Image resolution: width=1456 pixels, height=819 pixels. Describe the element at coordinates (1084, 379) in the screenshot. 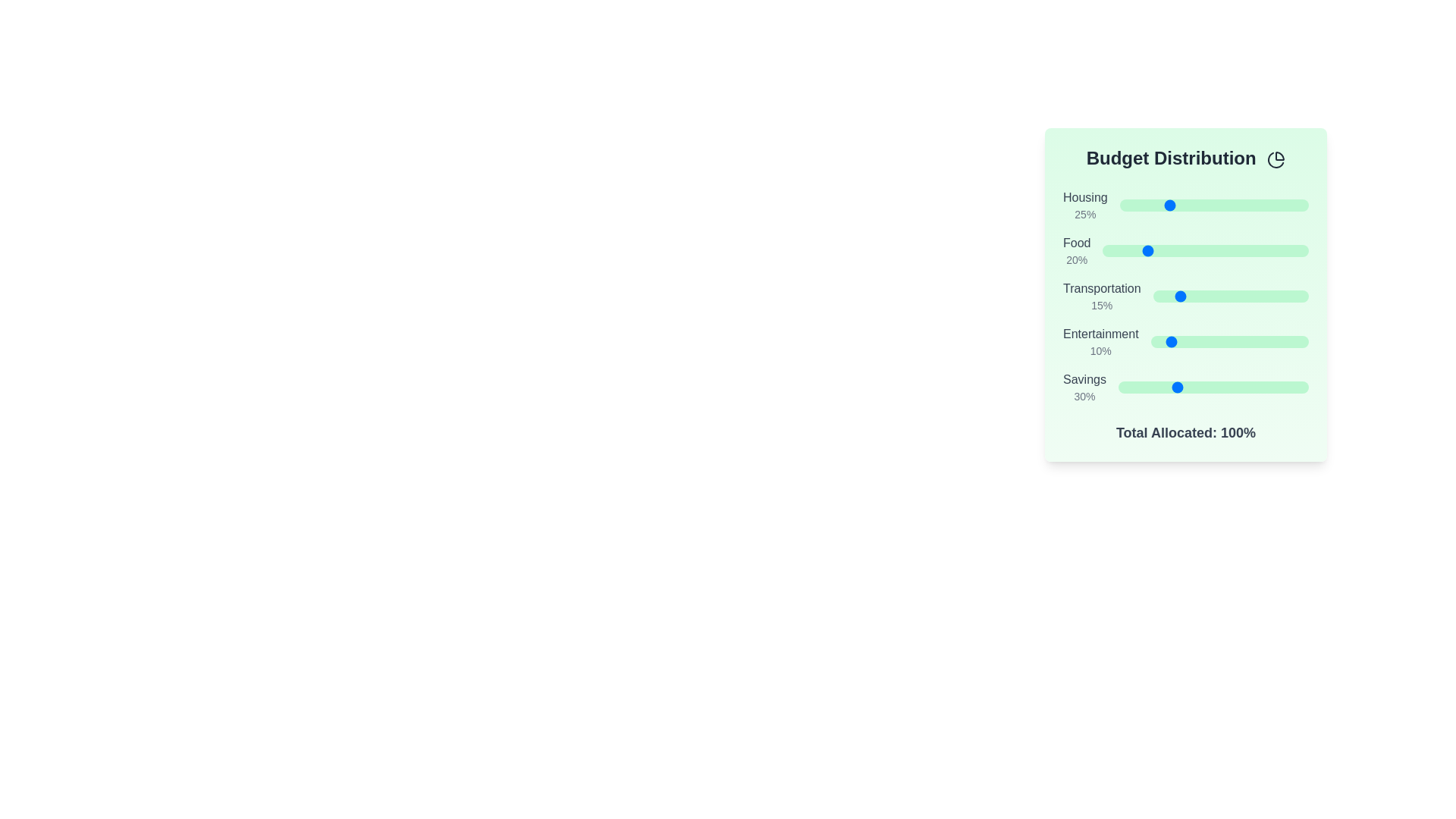

I see `the category name Savings to highlight it` at that location.